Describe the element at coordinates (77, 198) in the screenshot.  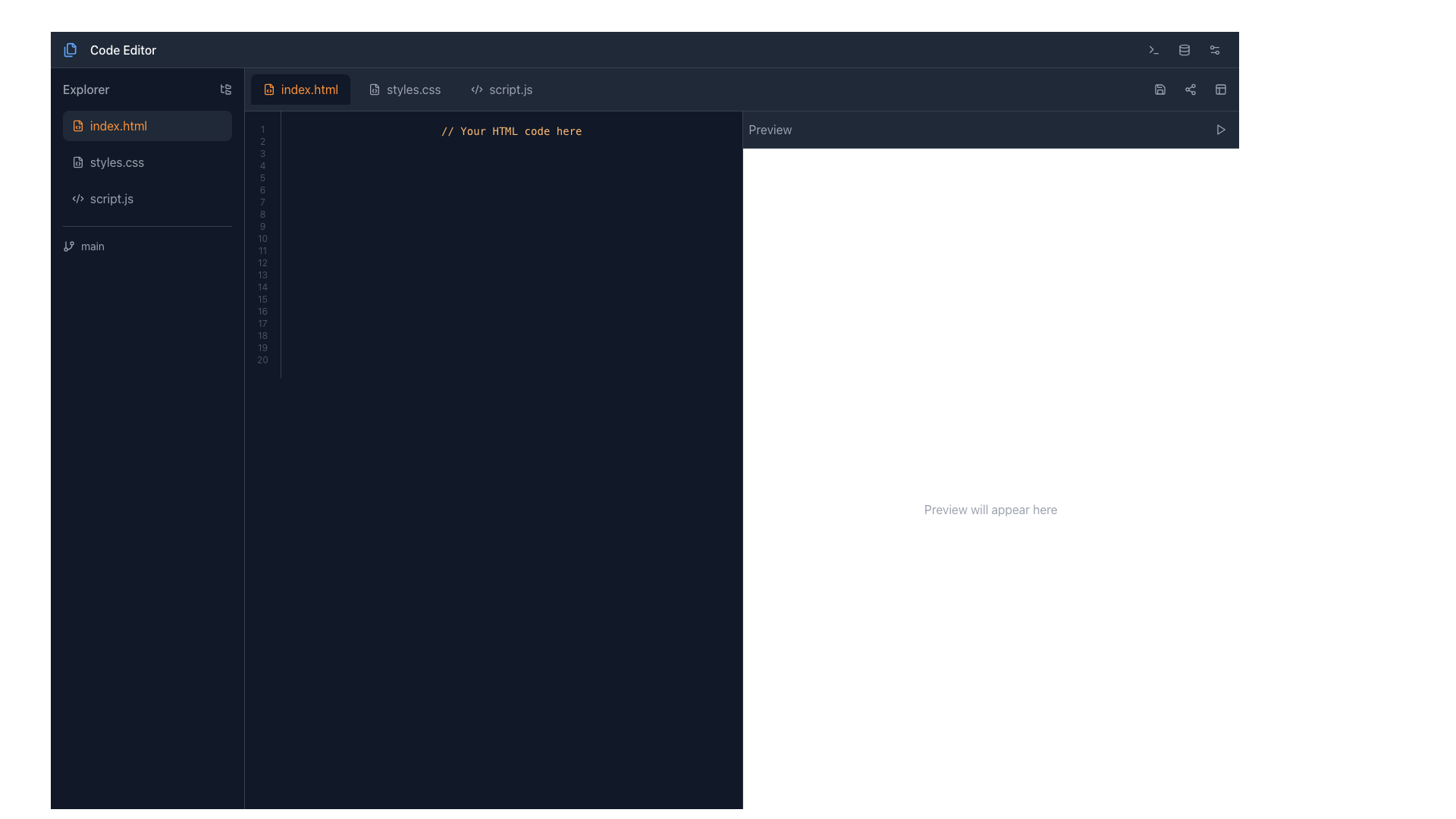
I see `the XML code icon located in the sidebar next to the 'script.js' label` at that location.